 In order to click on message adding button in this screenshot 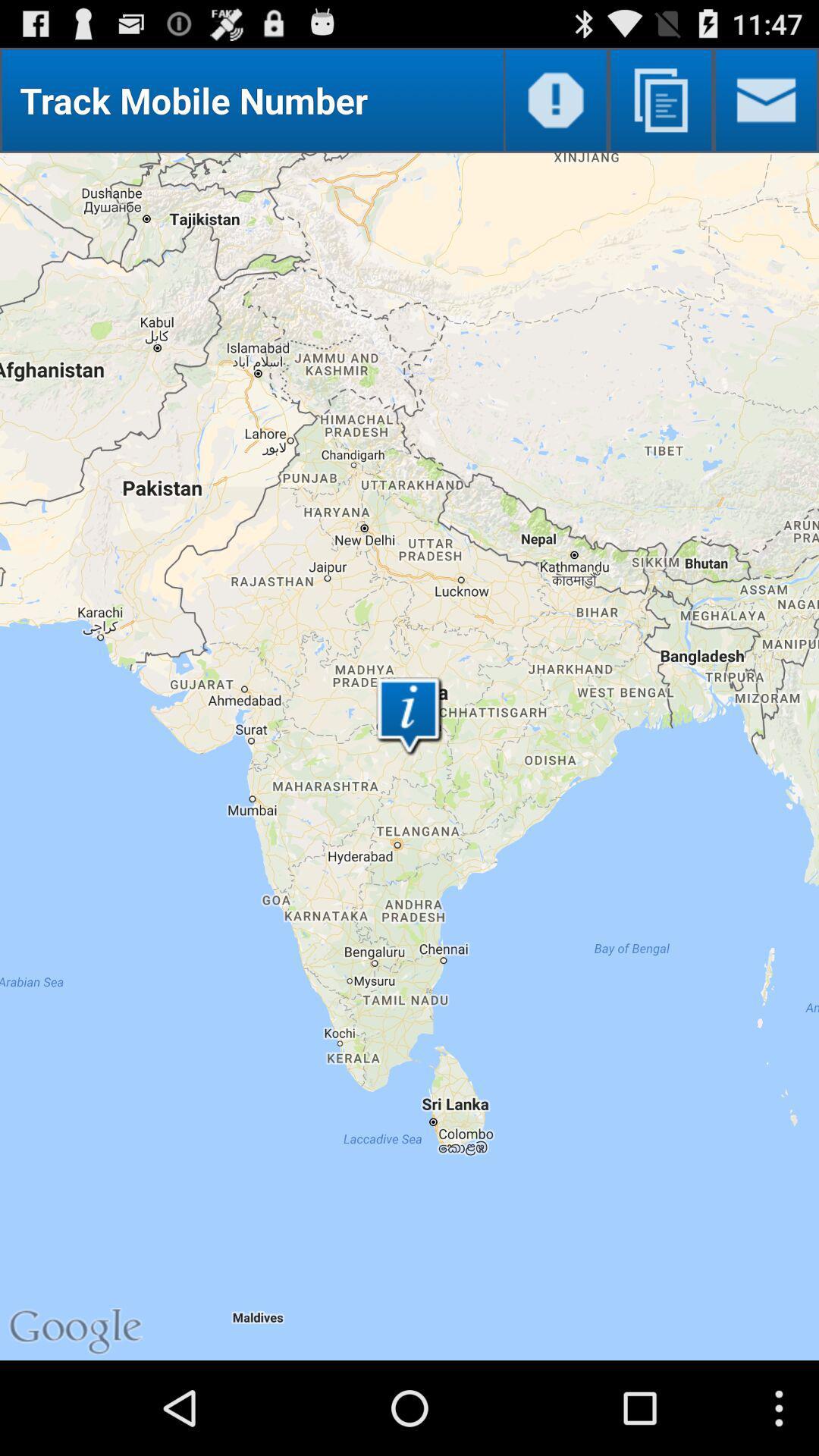, I will do `click(766, 99)`.